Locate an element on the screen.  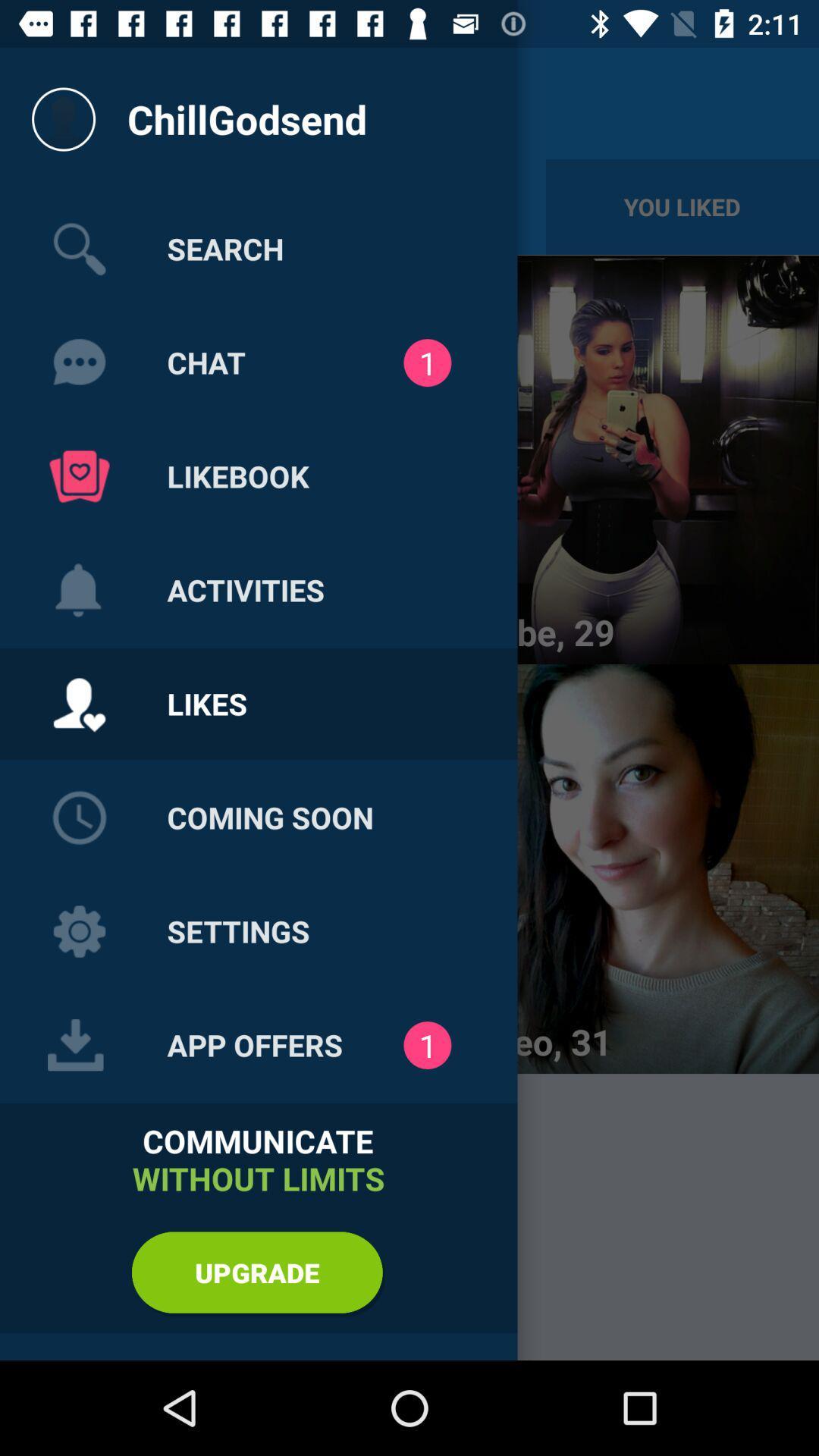
fourth option under chillgodsend is located at coordinates (79, 589).